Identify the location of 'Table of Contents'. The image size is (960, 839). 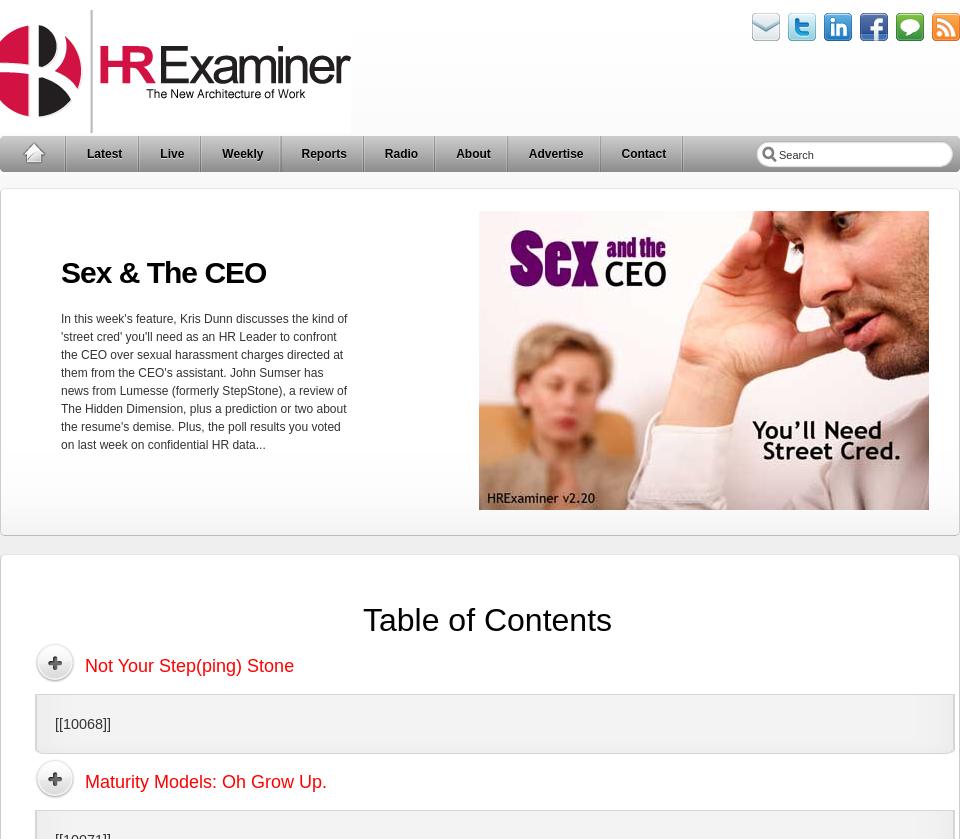
(486, 619).